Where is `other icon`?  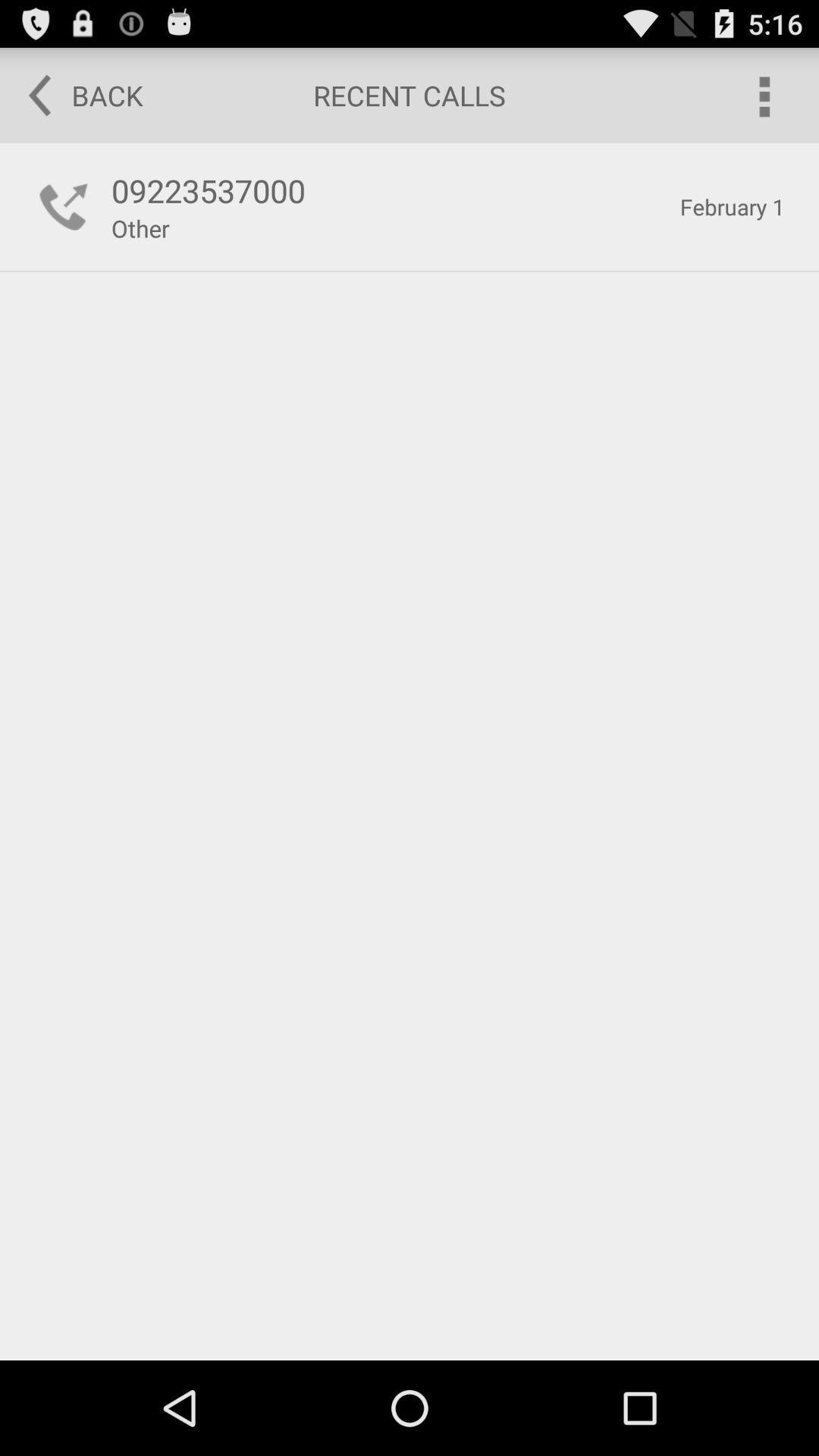
other icon is located at coordinates (140, 227).